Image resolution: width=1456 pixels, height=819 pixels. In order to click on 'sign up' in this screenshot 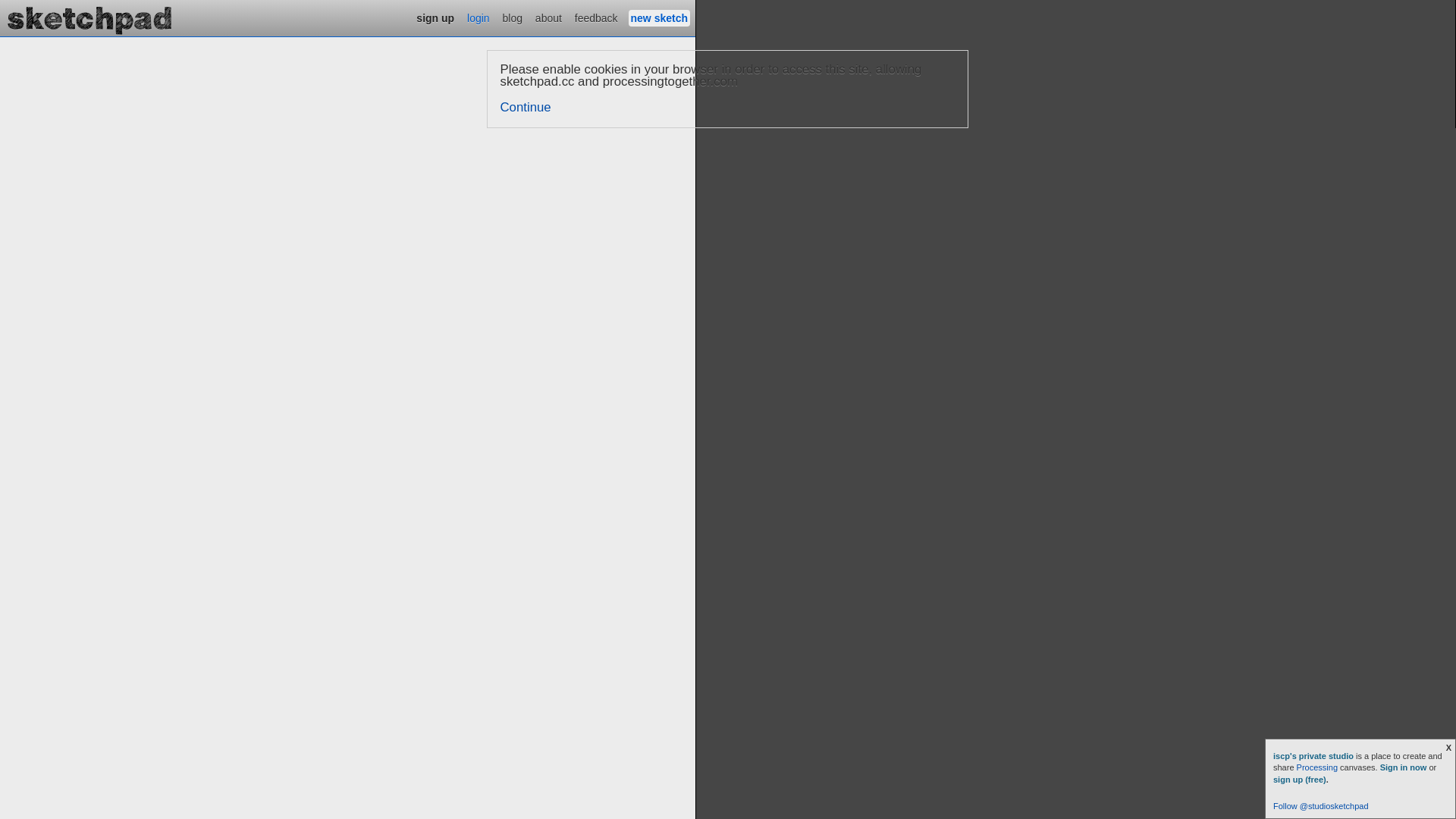, I will do `click(435, 17)`.